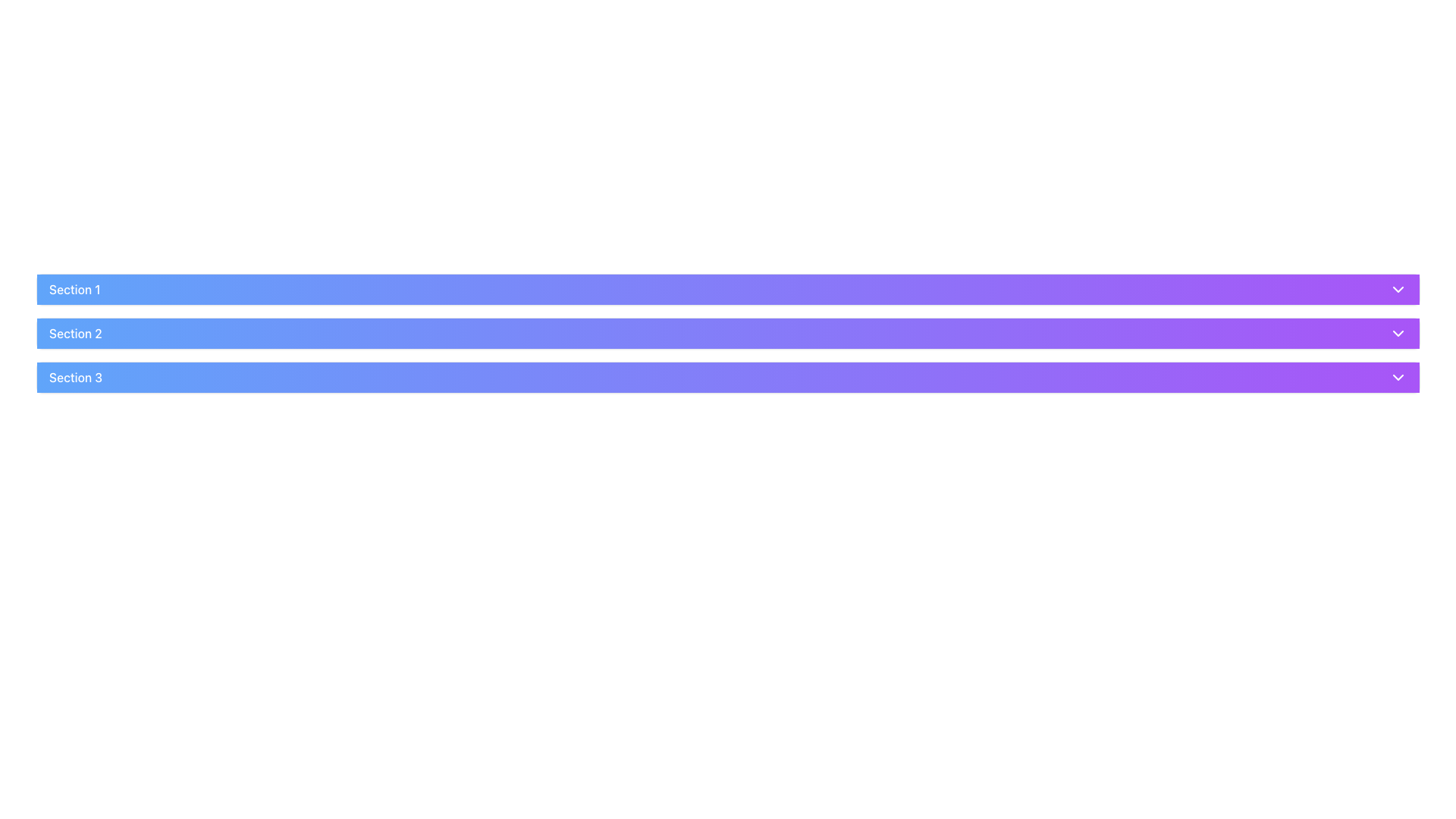 The image size is (1456, 819). I want to click on the toggle icon for 'Section 2' located at the rightmost edge of the header to trigger visual feedback, so click(1397, 332).